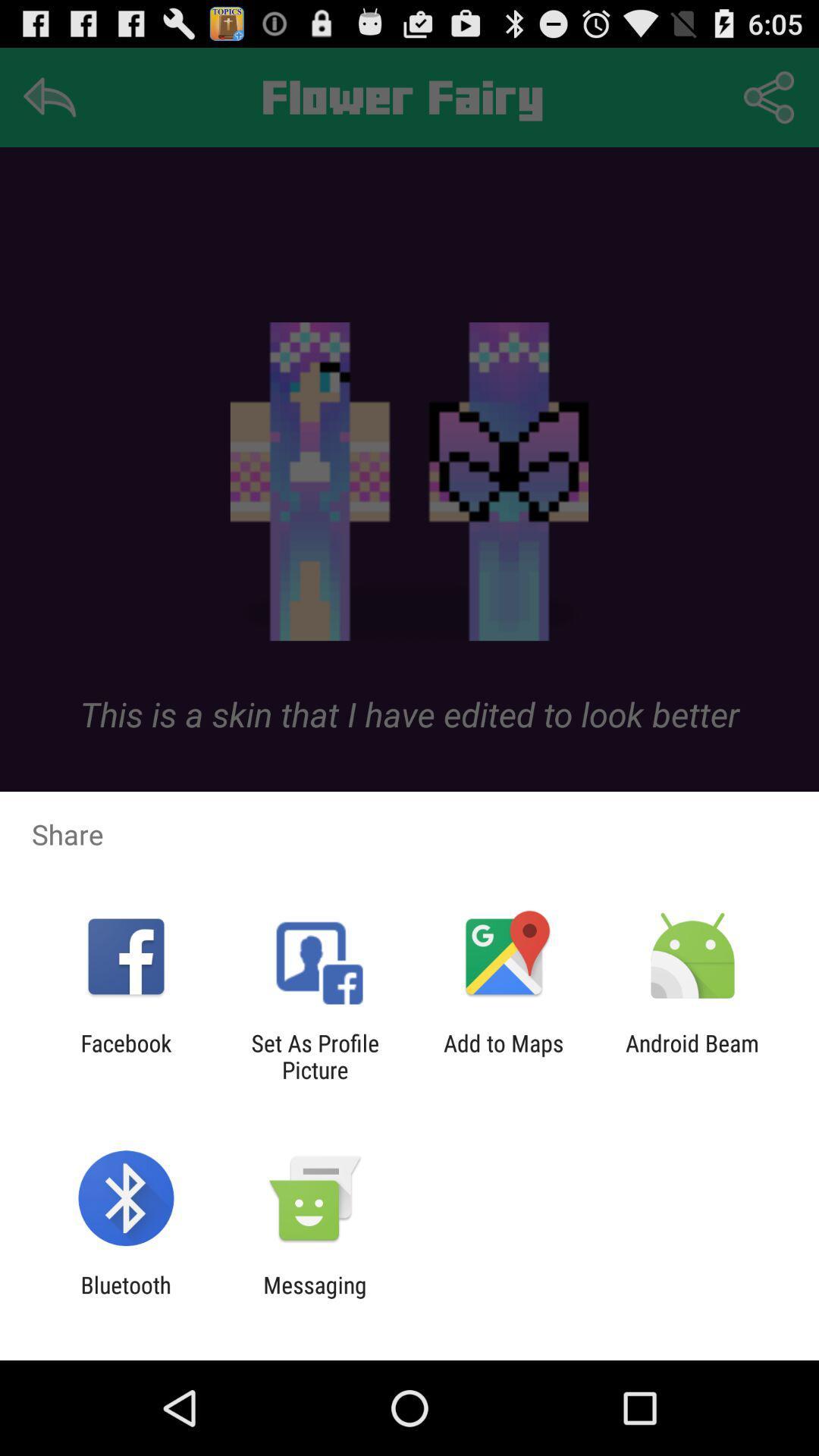 The height and width of the screenshot is (1456, 819). What do you see at coordinates (314, 1056) in the screenshot?
I see `the icon to the right of facebook` at bounding box center [314, 1056].